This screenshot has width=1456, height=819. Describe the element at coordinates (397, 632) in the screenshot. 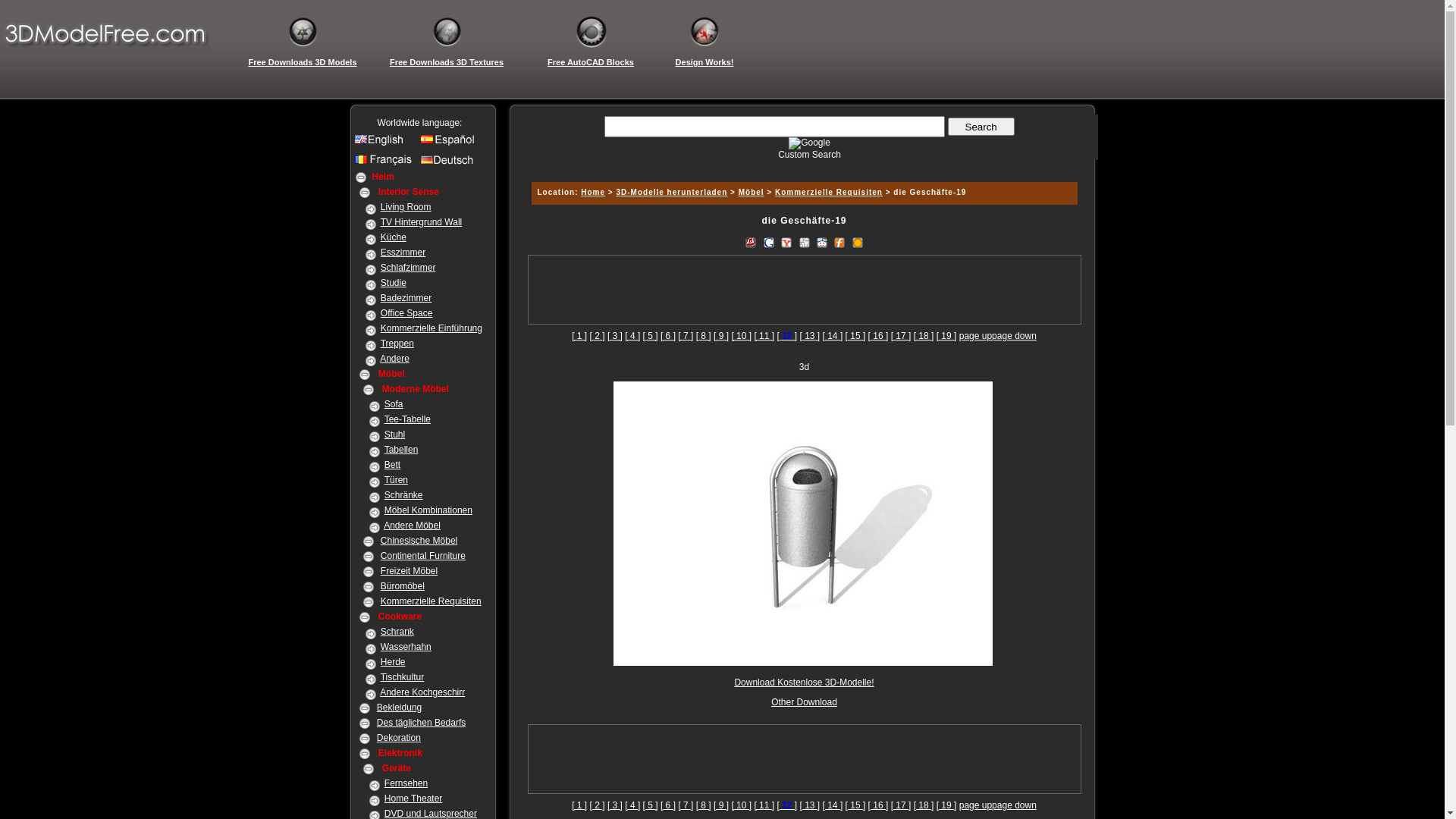

I see `'Schrank'` at that location.